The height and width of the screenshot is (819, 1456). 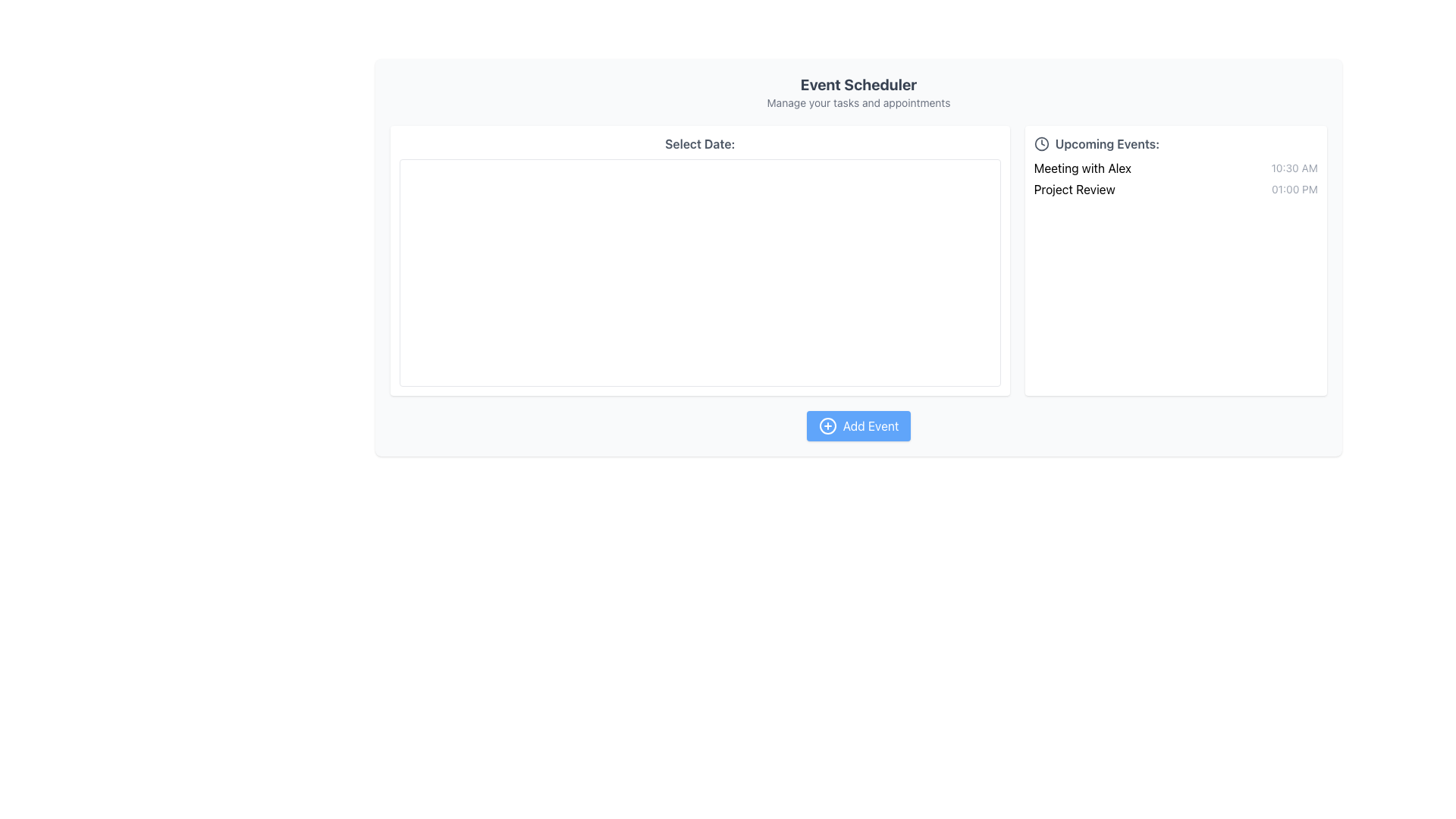 I want to click on the static text label displaying the time associated with the event 'Project Review' in the Upcoming Events section, so click(x=1294, y=189).